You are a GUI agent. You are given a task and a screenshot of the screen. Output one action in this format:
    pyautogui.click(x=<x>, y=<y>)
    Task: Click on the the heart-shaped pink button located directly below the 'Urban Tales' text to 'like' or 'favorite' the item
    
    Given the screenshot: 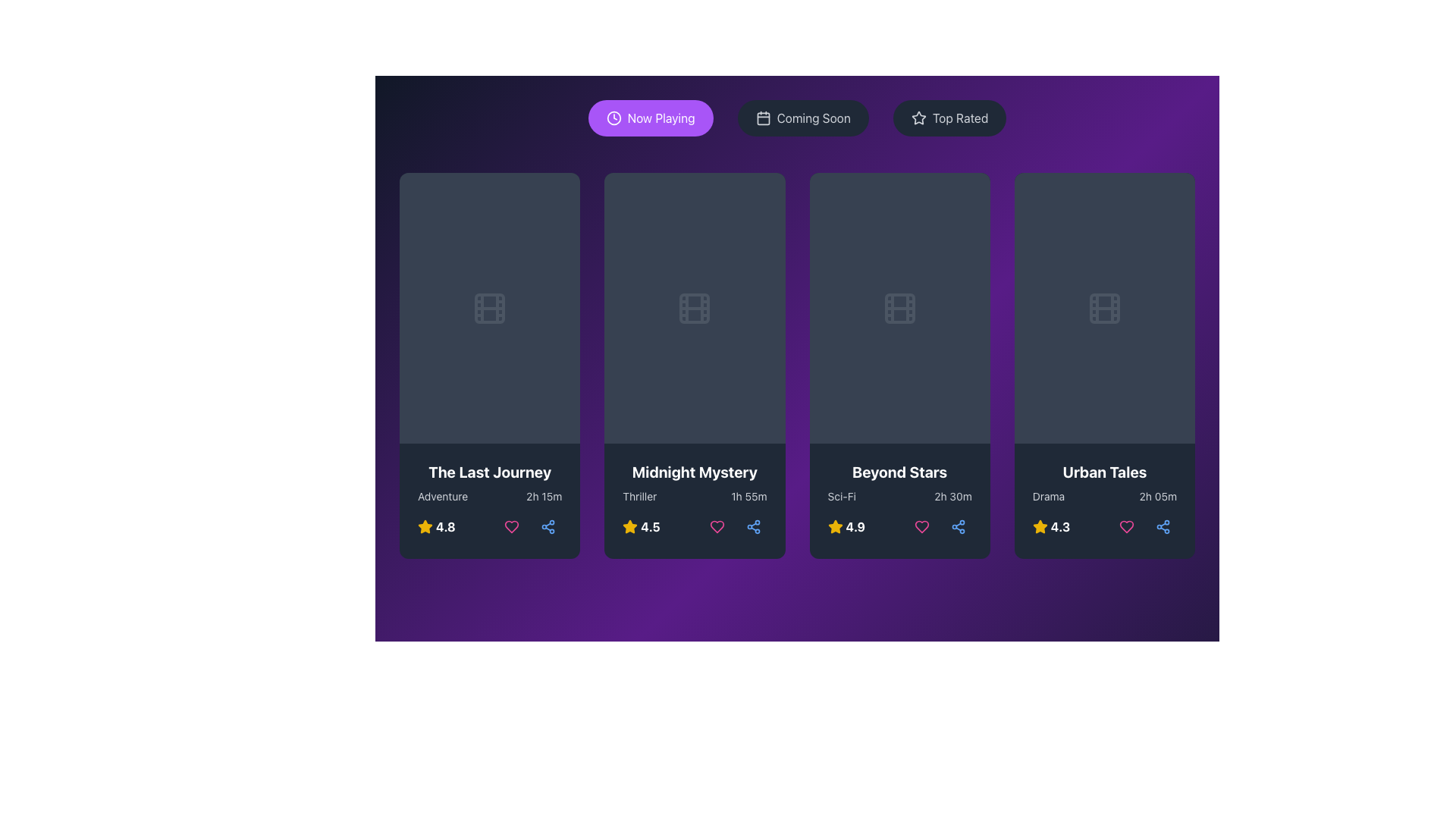 What is the action you would take?
    pyautogui.click(x=1127, y=526)
    